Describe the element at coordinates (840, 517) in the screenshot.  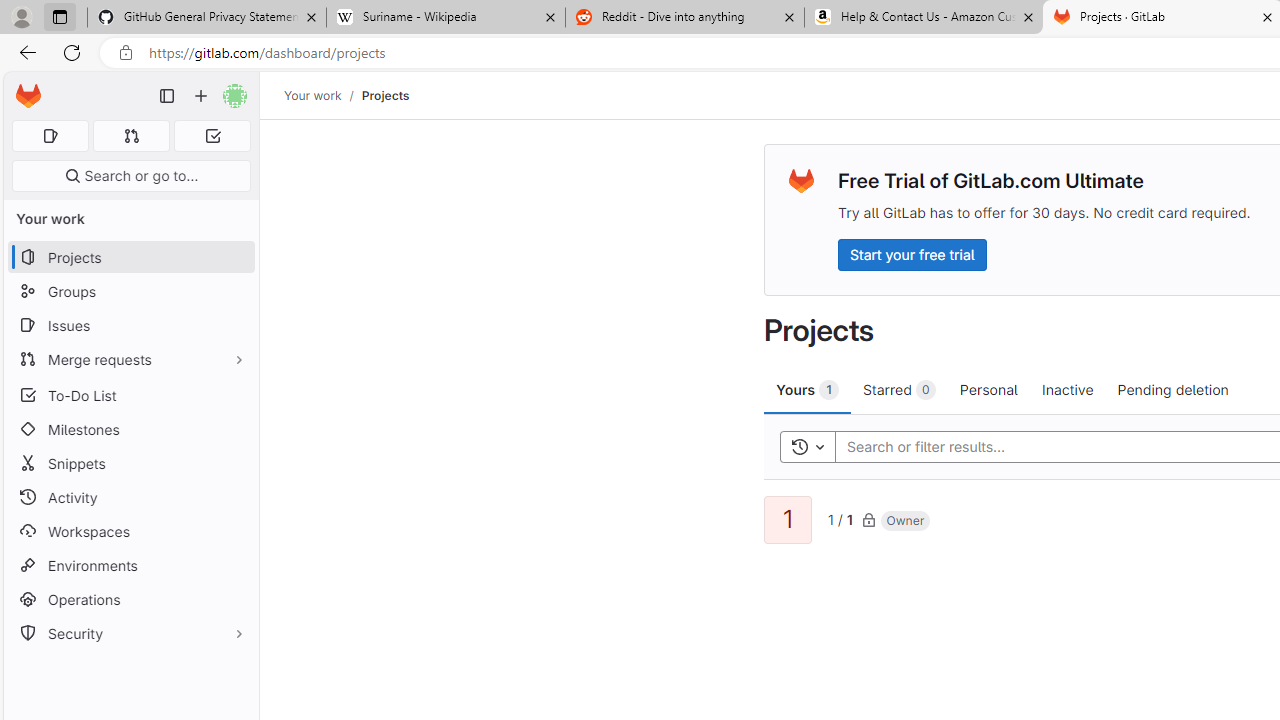
I see `'1 / 1'` at that location.